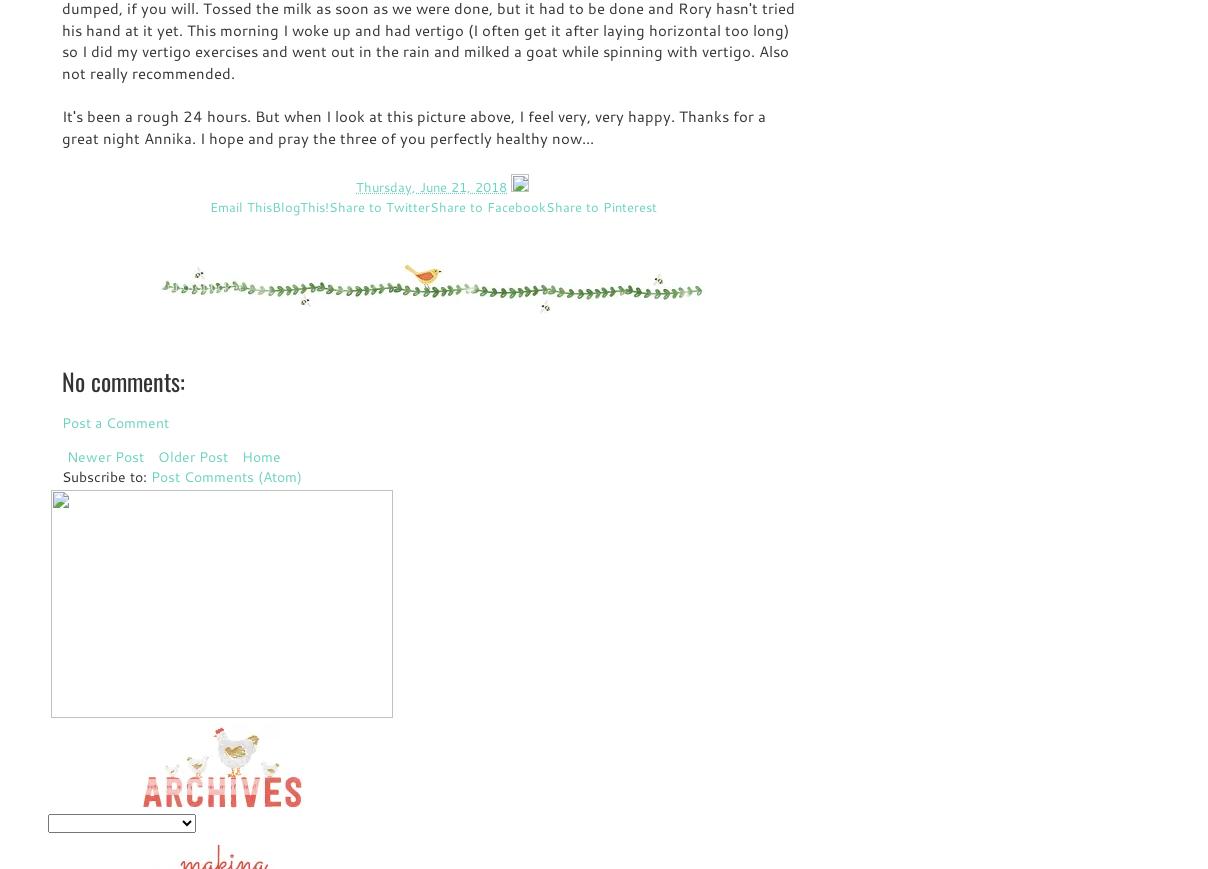 The width and height of the screenshot is (1208, 869). Describe the element at coordinates (299, 205) in the screenshot. I see `'BlogThis!'` at that location.